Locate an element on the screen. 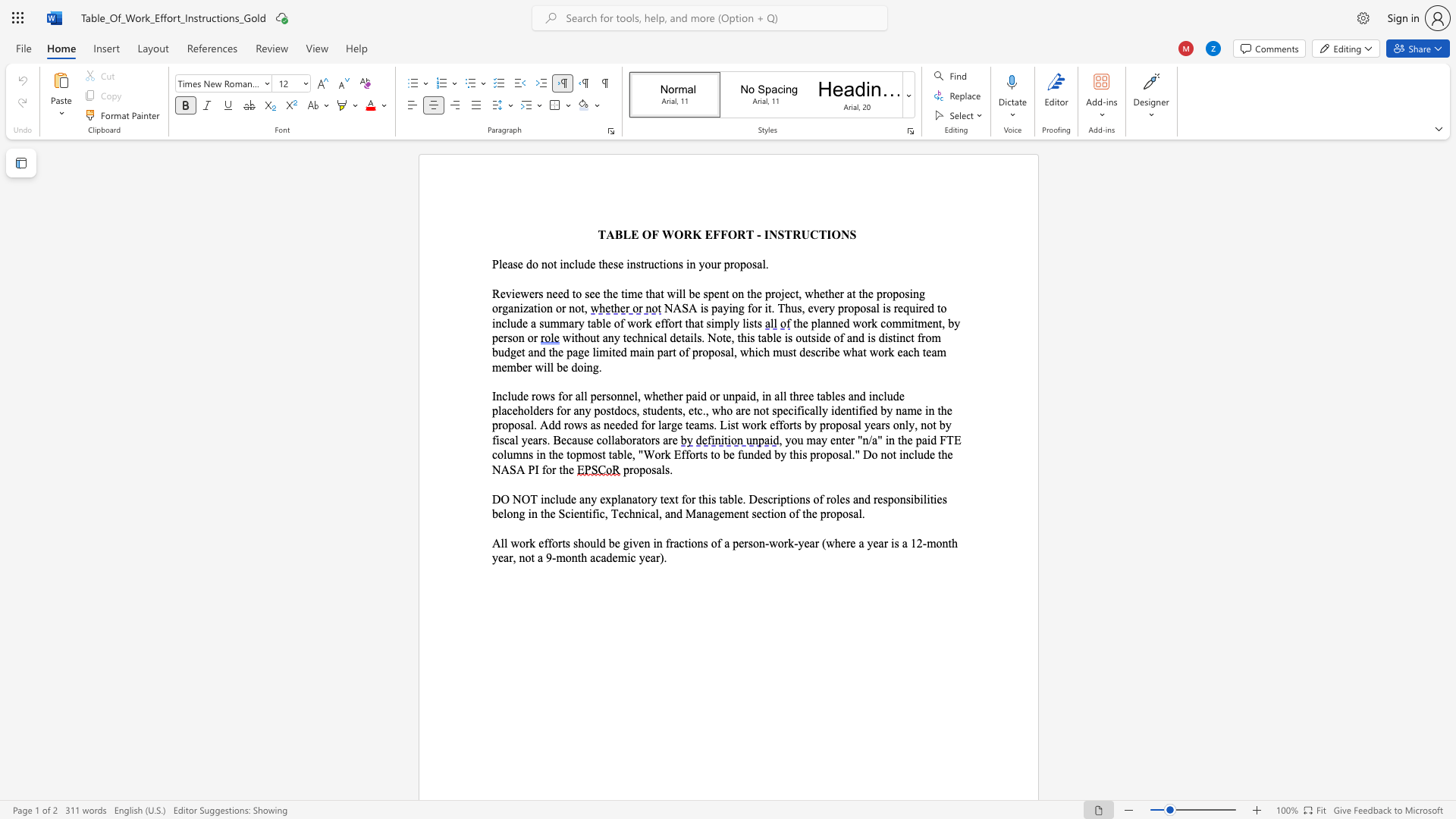  the 9th character "t" in the text is located at coordinates (826, 293).